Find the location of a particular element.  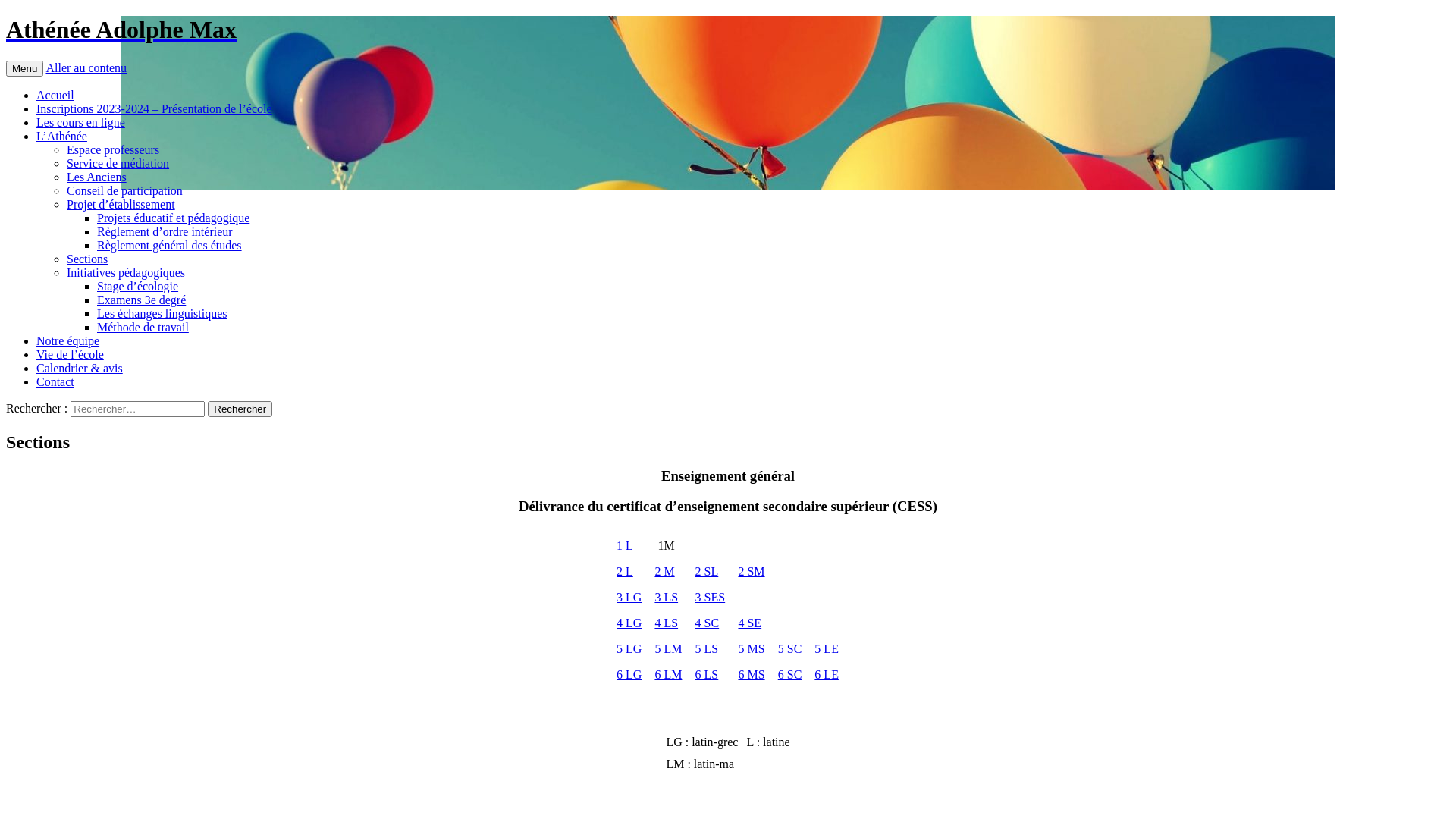

'Aller au contenu' is located at coordinates (85, 67).